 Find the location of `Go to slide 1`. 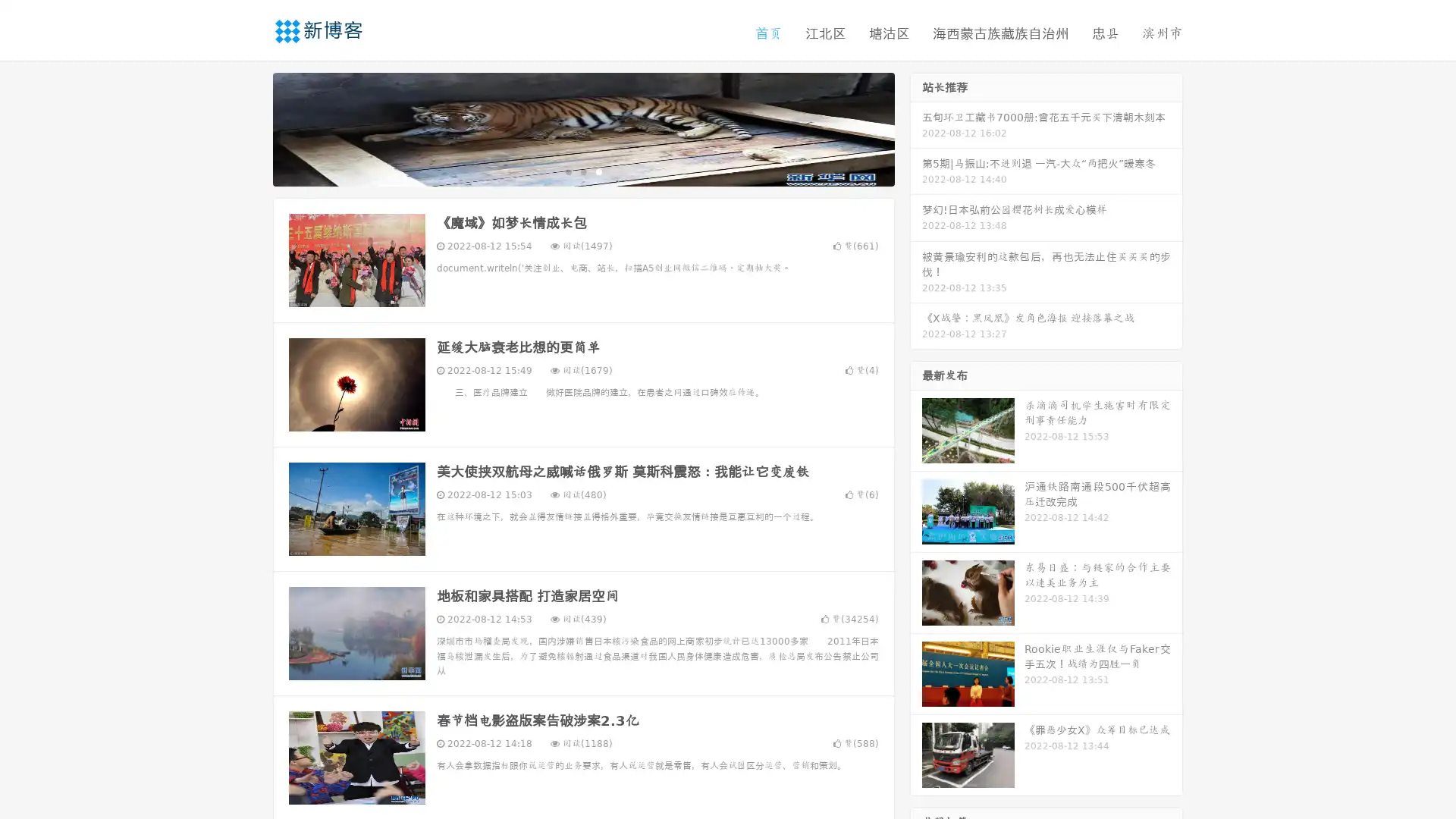

Go to slide 1 is located at coordinates (567, 171).